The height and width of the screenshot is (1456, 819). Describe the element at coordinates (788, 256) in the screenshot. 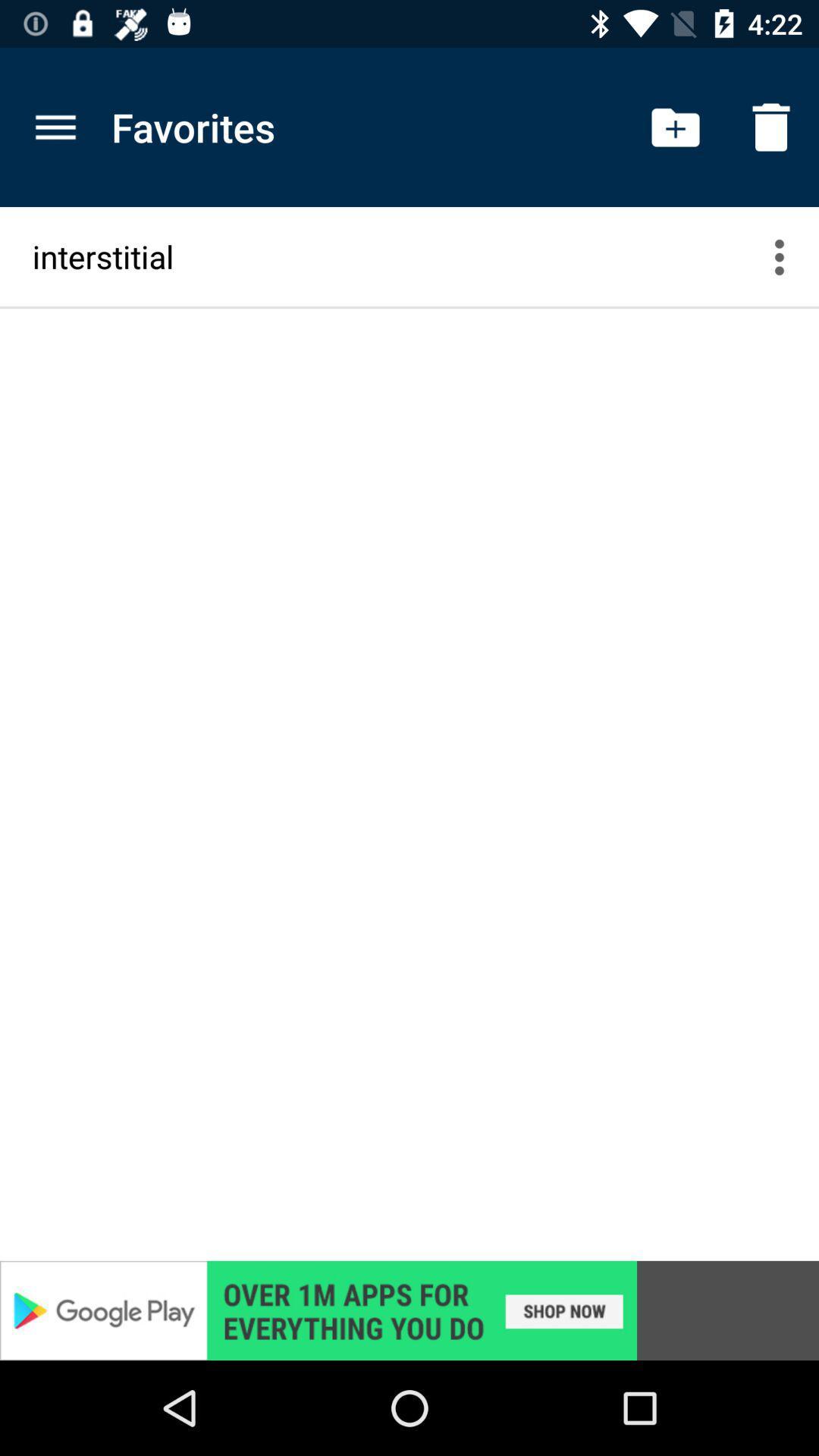

I see `expand information` at that location.